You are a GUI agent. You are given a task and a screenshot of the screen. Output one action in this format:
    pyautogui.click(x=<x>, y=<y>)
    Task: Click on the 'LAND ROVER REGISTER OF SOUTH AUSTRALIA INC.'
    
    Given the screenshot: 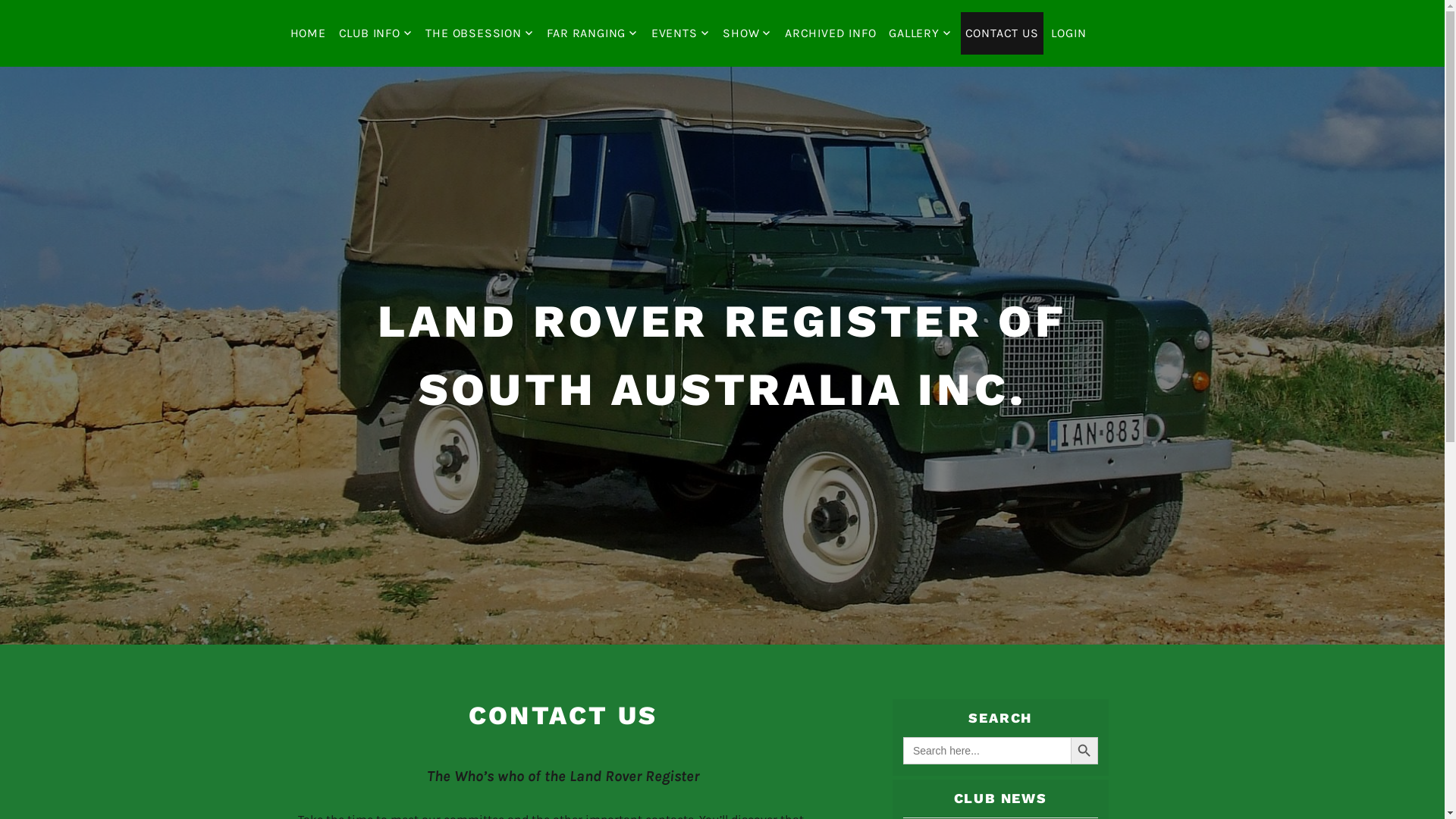 What is the action you would take?
    pyautogui.click(x=721, y=355)
    